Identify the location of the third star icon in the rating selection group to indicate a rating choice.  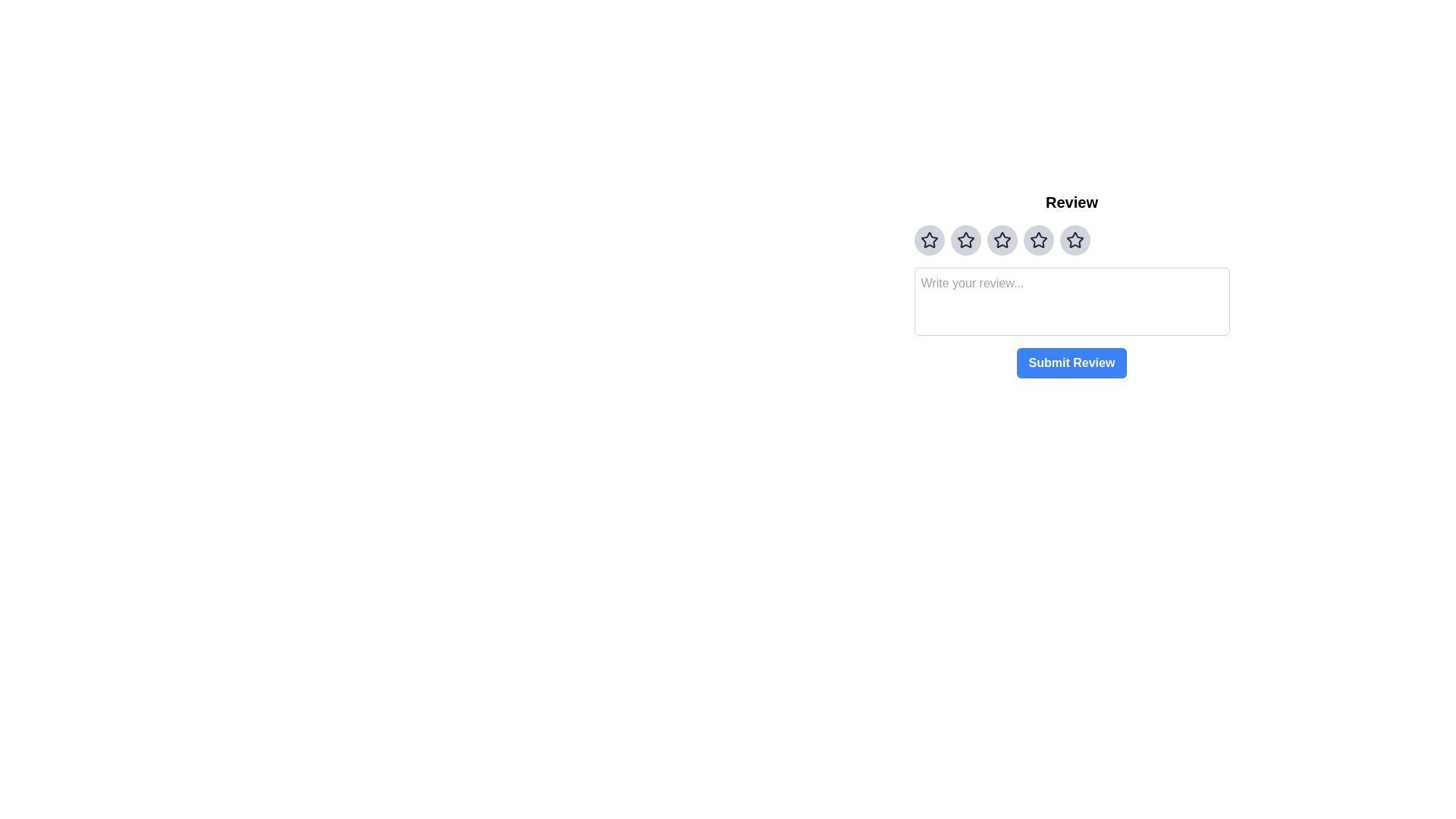
(965, 239).